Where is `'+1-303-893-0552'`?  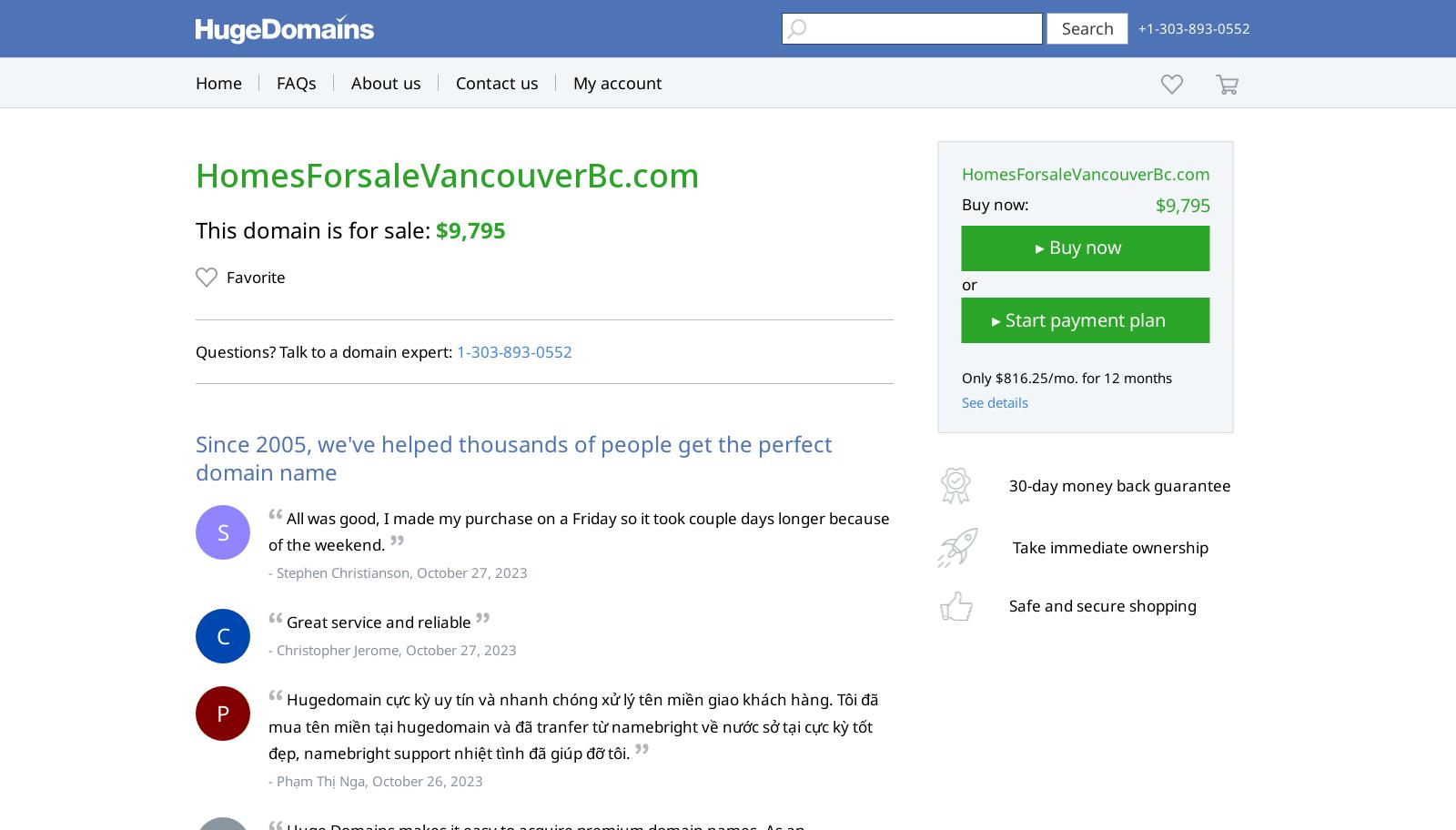 '+1-303-893-0552' is located at coordinates (1193, 28).